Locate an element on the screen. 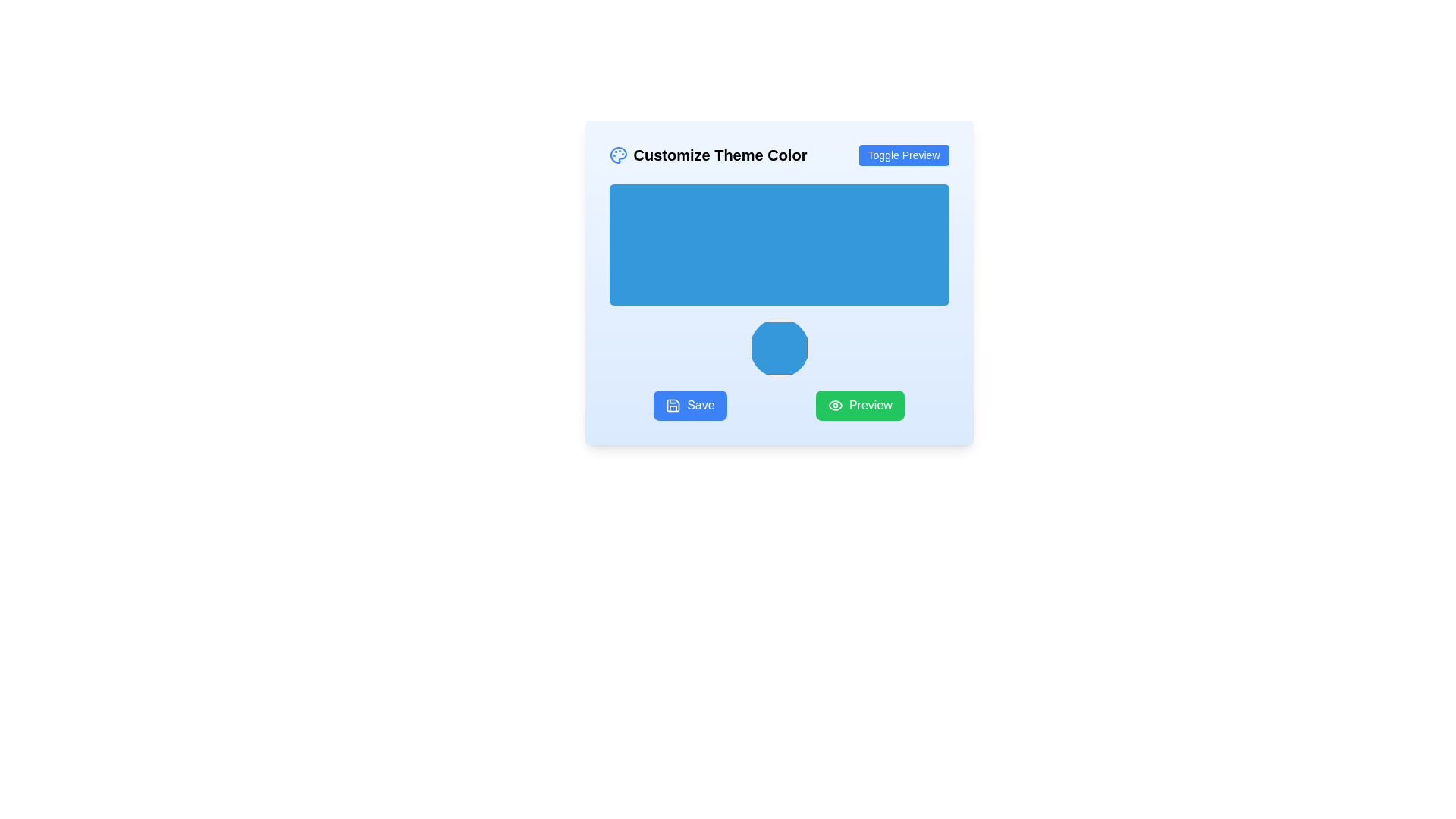 This screenshot has height=819, width=1456. the green rectangular 'Preview' button with rounded corners and white text is located at coordinates (860, 405).